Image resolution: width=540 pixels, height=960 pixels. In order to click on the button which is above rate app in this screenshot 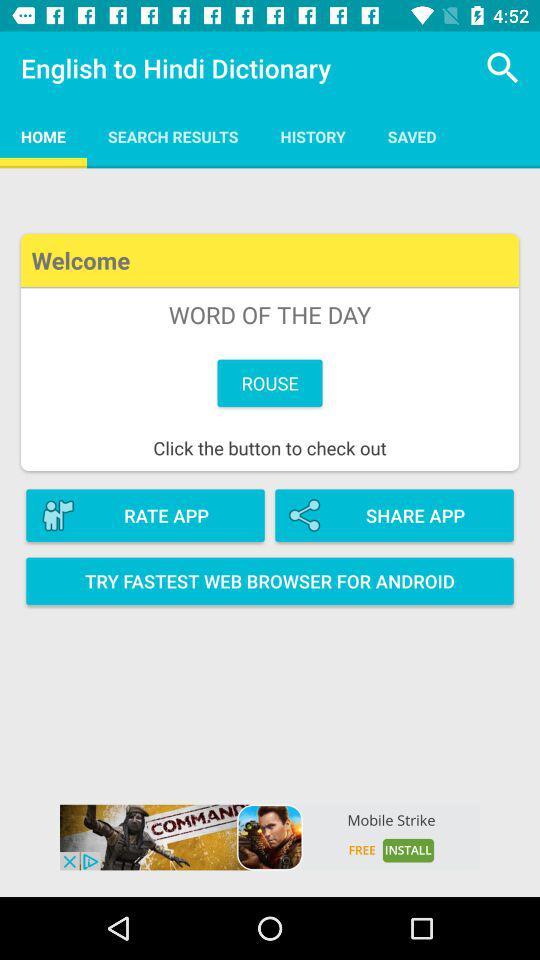, I will do `click(270, 352)`.